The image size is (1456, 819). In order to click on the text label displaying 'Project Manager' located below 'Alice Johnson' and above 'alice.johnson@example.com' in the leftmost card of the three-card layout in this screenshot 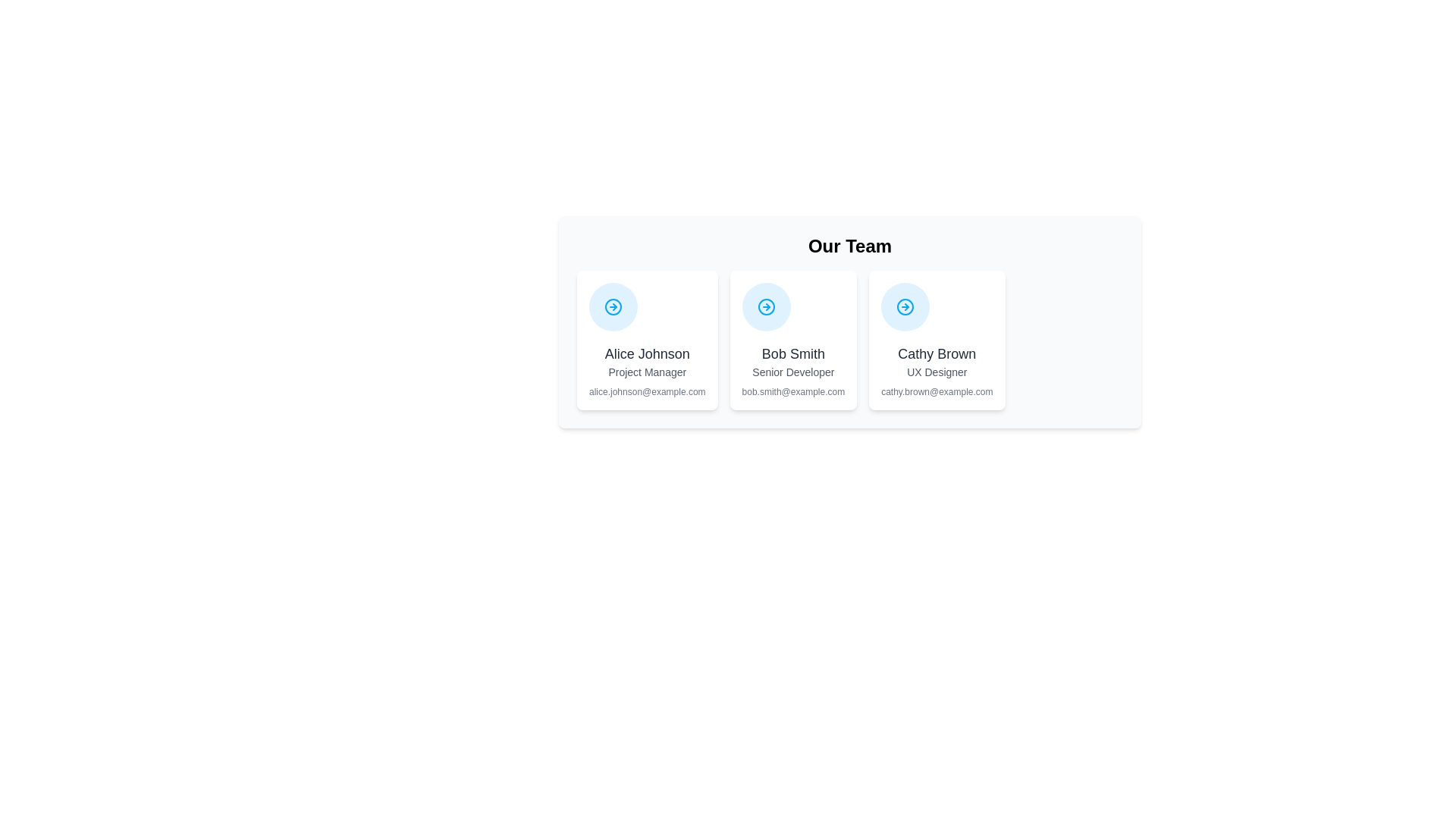, I will do `click(647, 372)`.